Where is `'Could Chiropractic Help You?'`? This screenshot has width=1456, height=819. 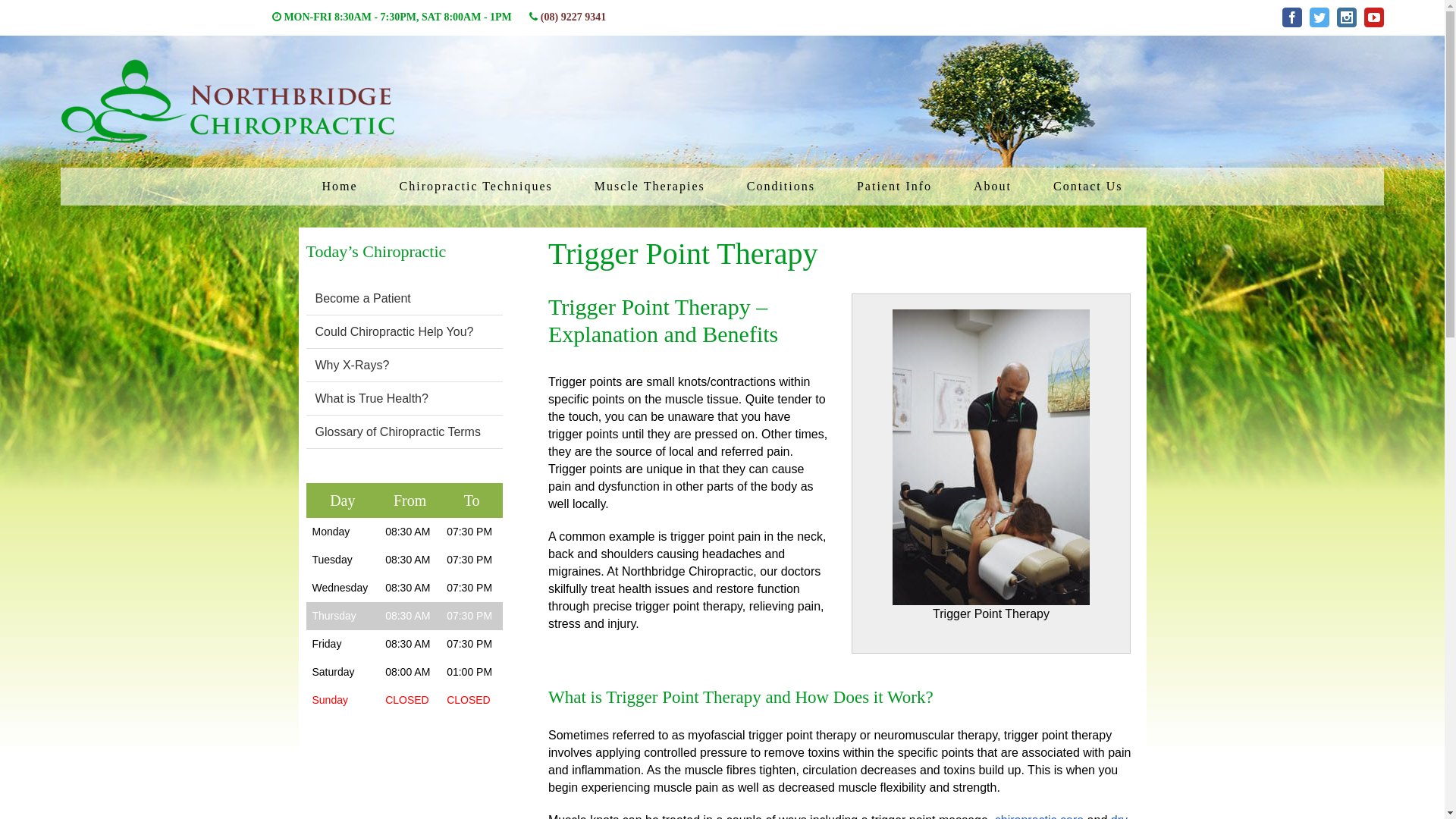 'Could Chiropractic Help You?' is located at coordinates (315, 331).